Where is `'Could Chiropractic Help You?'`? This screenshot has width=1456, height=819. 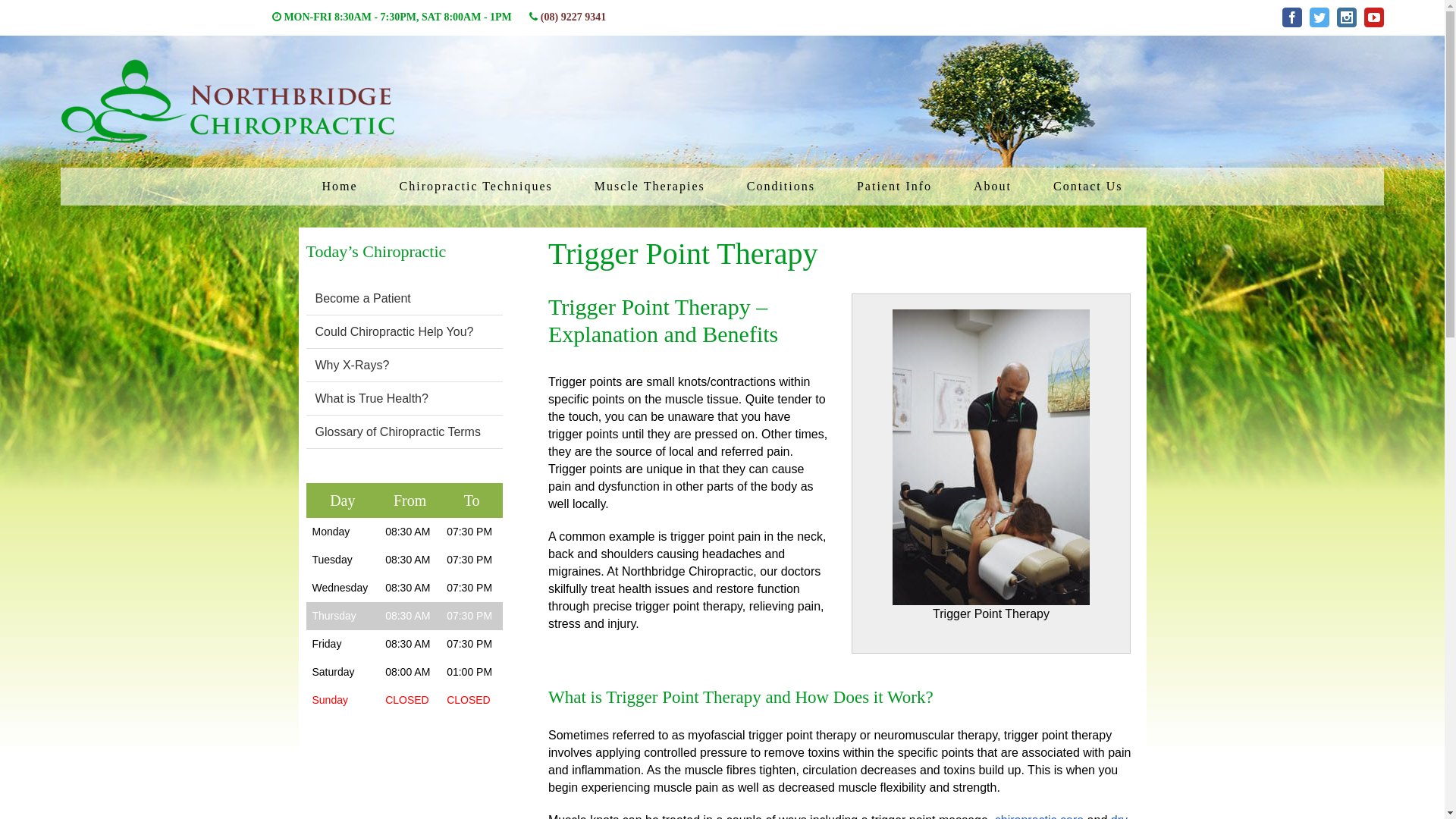 'Could Chiropractic Help You?' is located at coordinates (315, 331).